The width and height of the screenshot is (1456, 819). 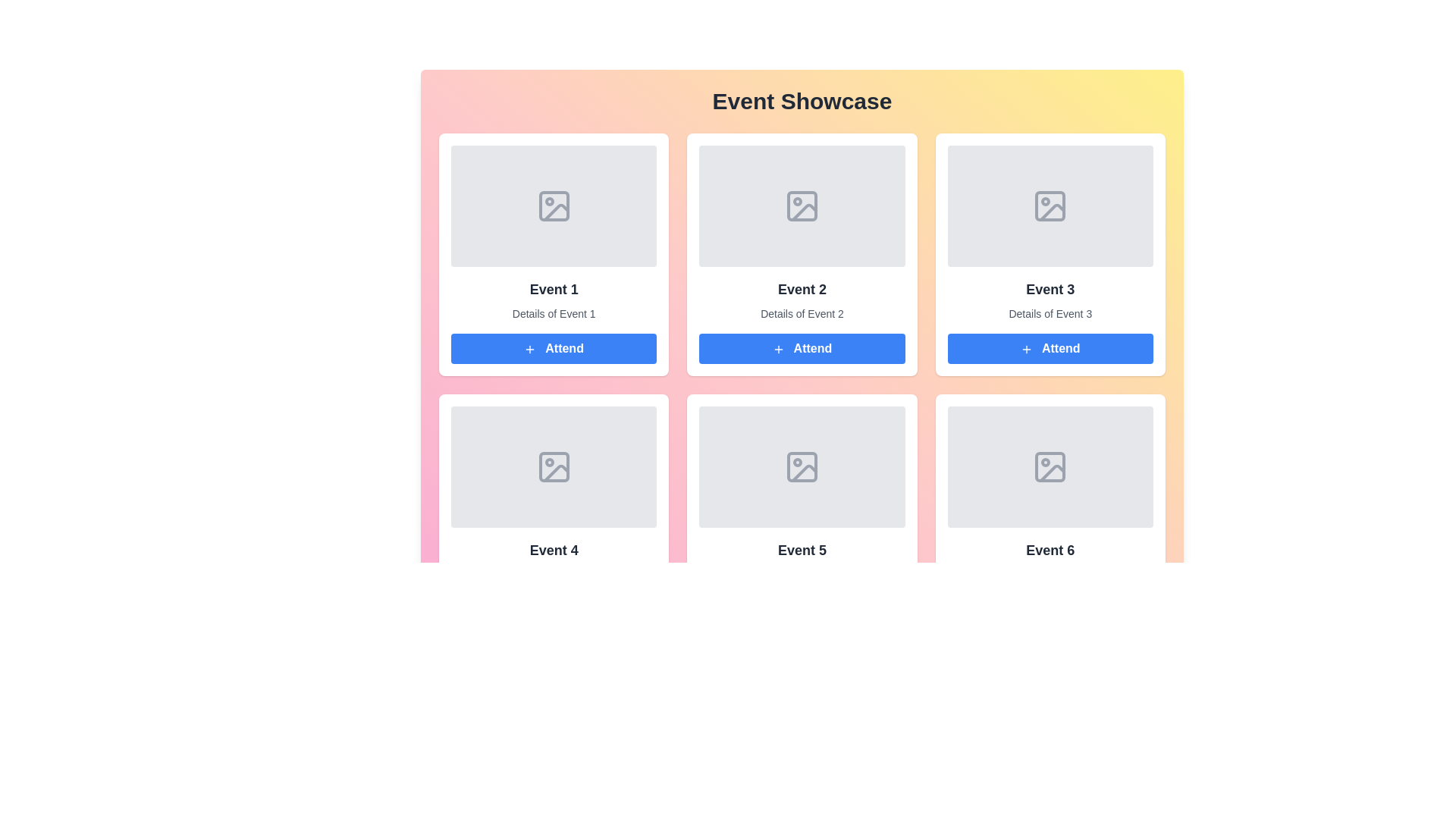 I want to click on the card with an interactive button located in the bottom-right corner of the grid layout, so click(x=1050, y=514).